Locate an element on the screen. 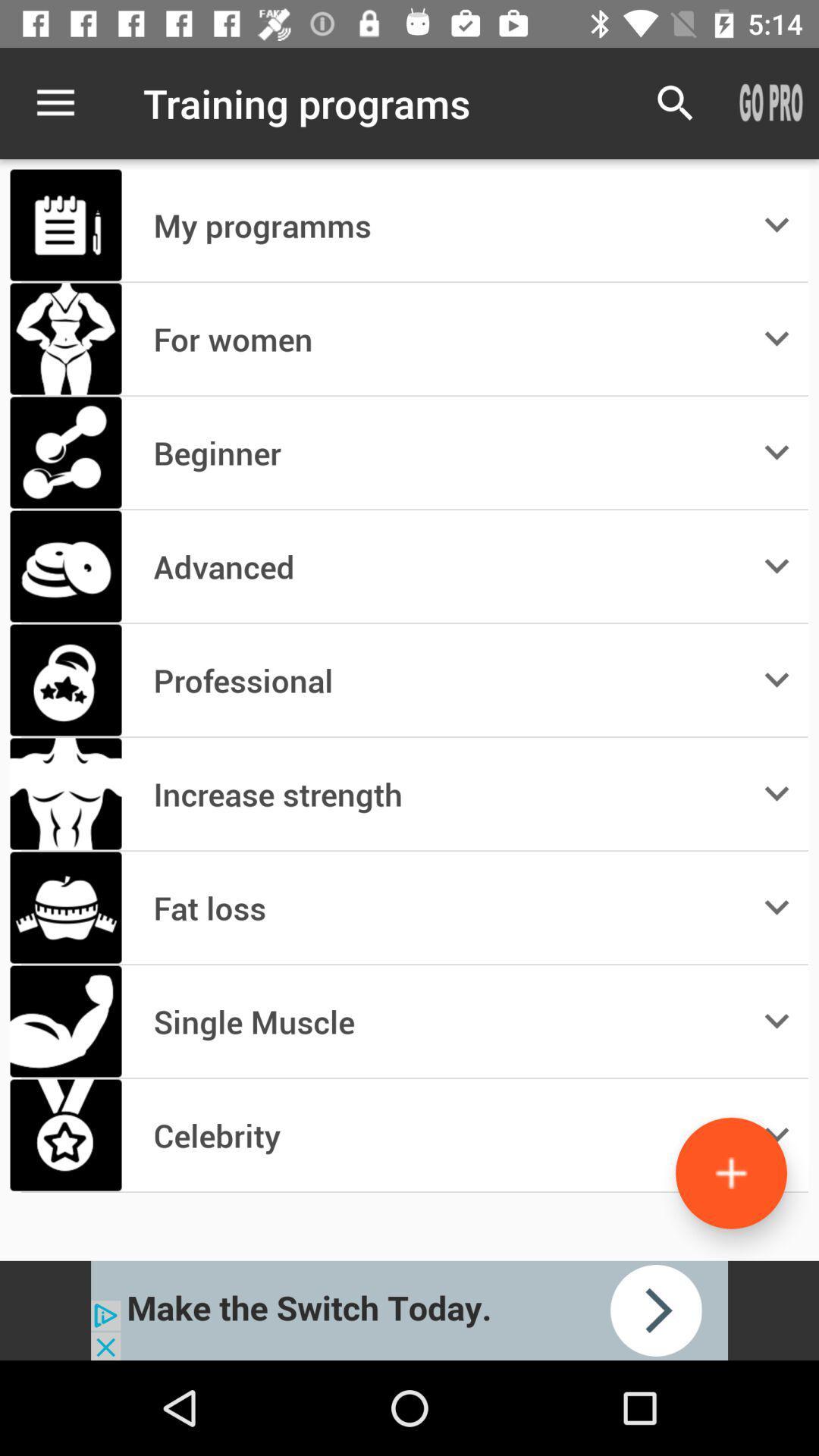  advertisement section is located at coordinates (409, 1310).